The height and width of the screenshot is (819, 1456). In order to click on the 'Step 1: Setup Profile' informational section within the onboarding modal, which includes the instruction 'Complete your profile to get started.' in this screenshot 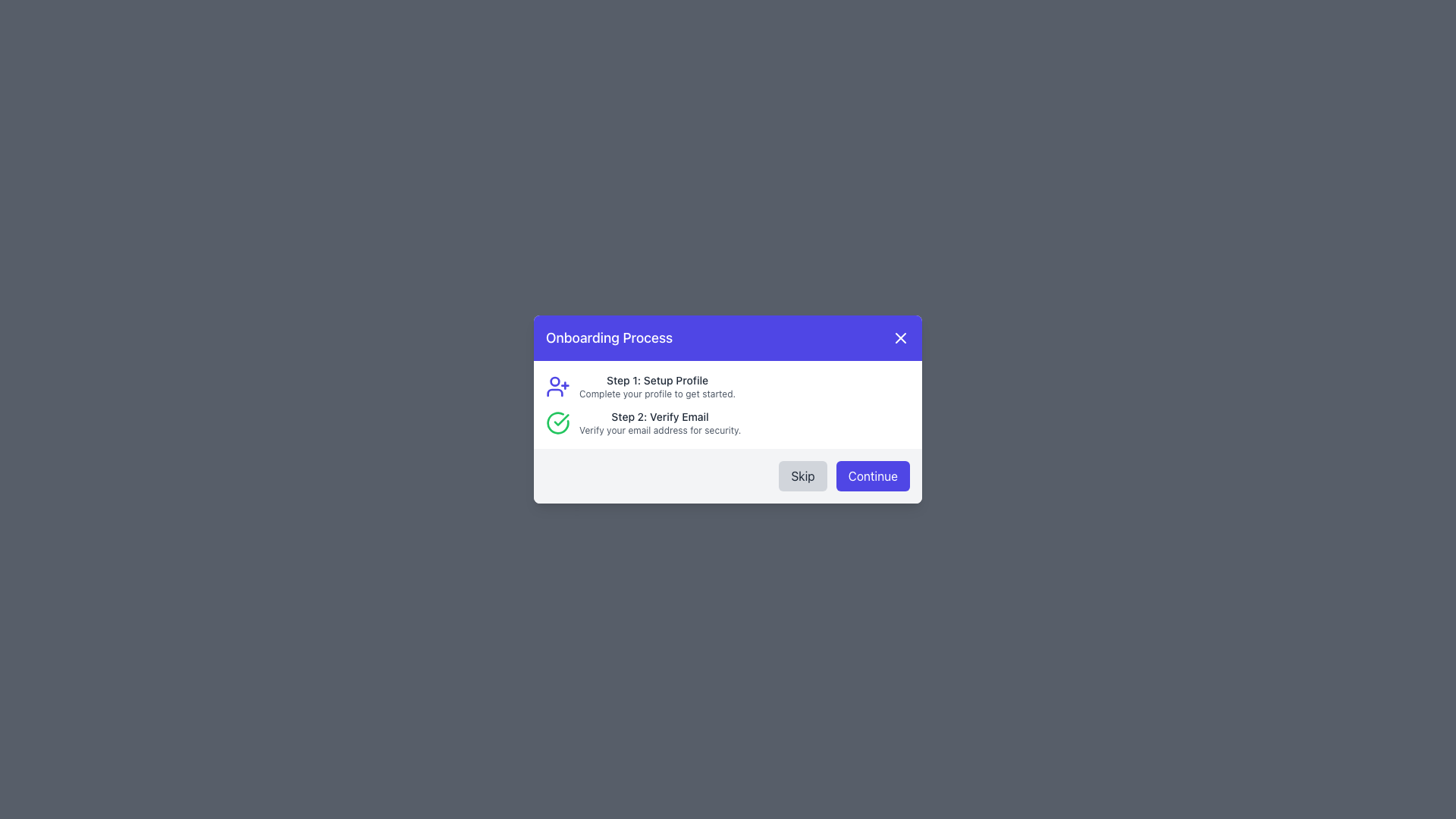, I will do `click(728, 385)`.